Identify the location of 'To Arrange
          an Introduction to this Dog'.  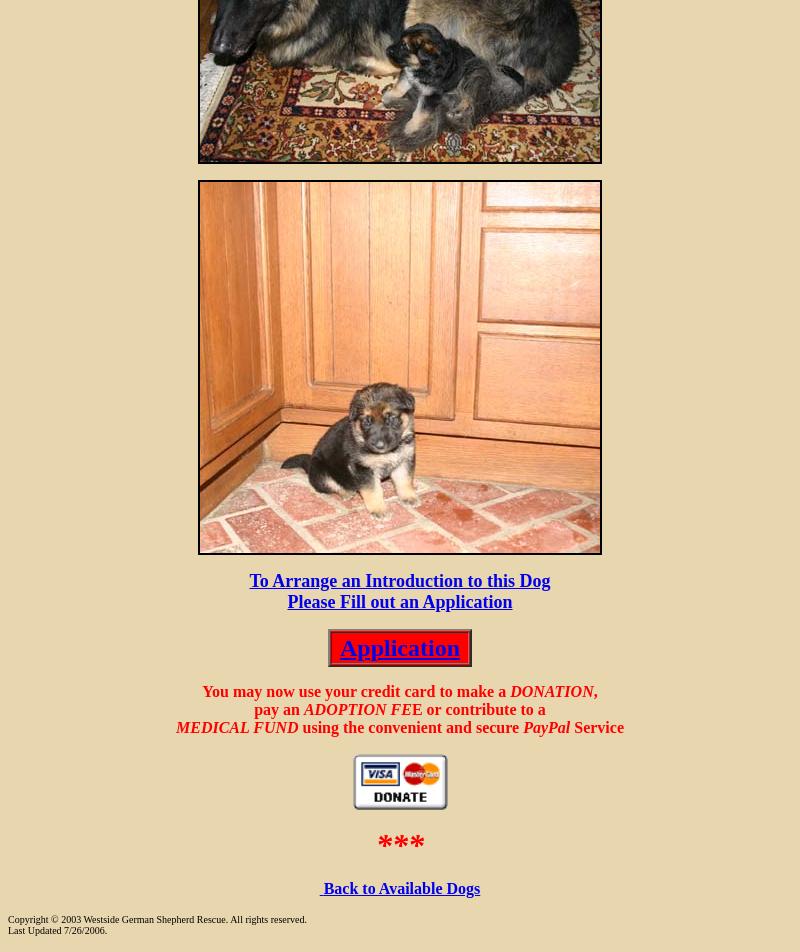
(398, 581).